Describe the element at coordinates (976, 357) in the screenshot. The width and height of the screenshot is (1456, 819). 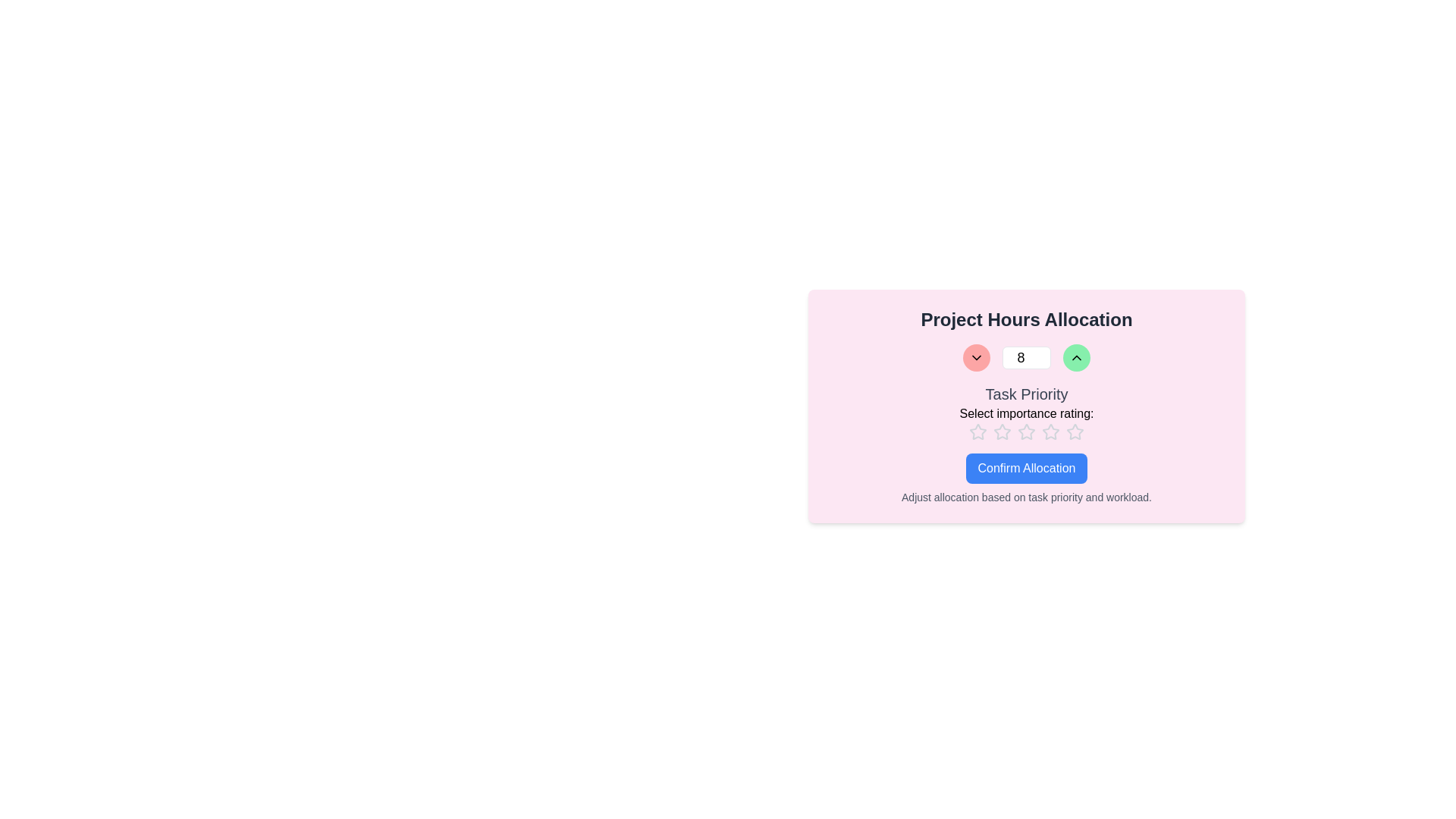
I see `the circular red dropdown button located to the left of the white number input field within the 'Project Hours Allocation' card UI component` at that location.